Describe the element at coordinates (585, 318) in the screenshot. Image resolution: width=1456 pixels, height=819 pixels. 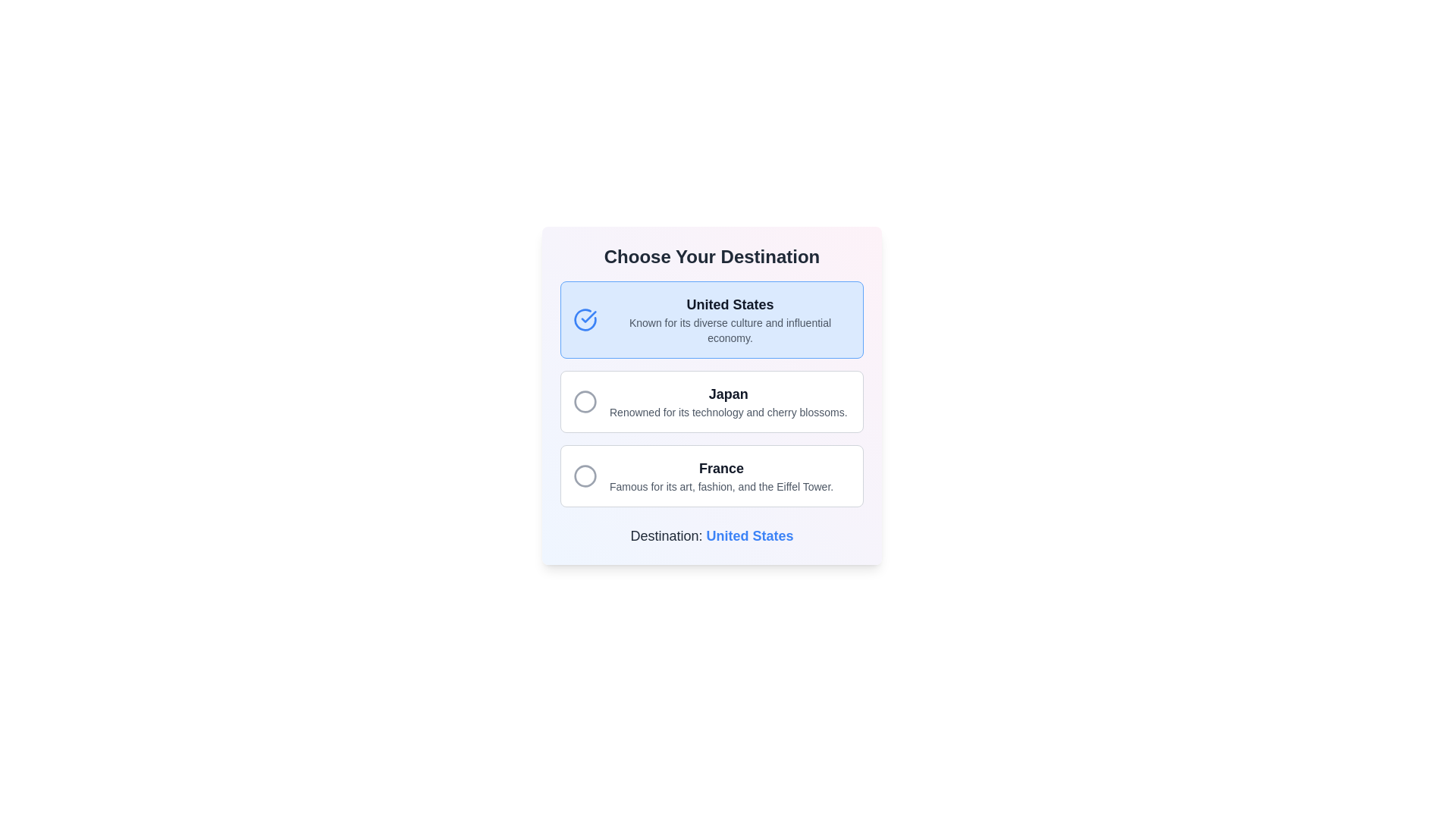
I see `the icon indicating that the 'United States' option is selected` at that location.